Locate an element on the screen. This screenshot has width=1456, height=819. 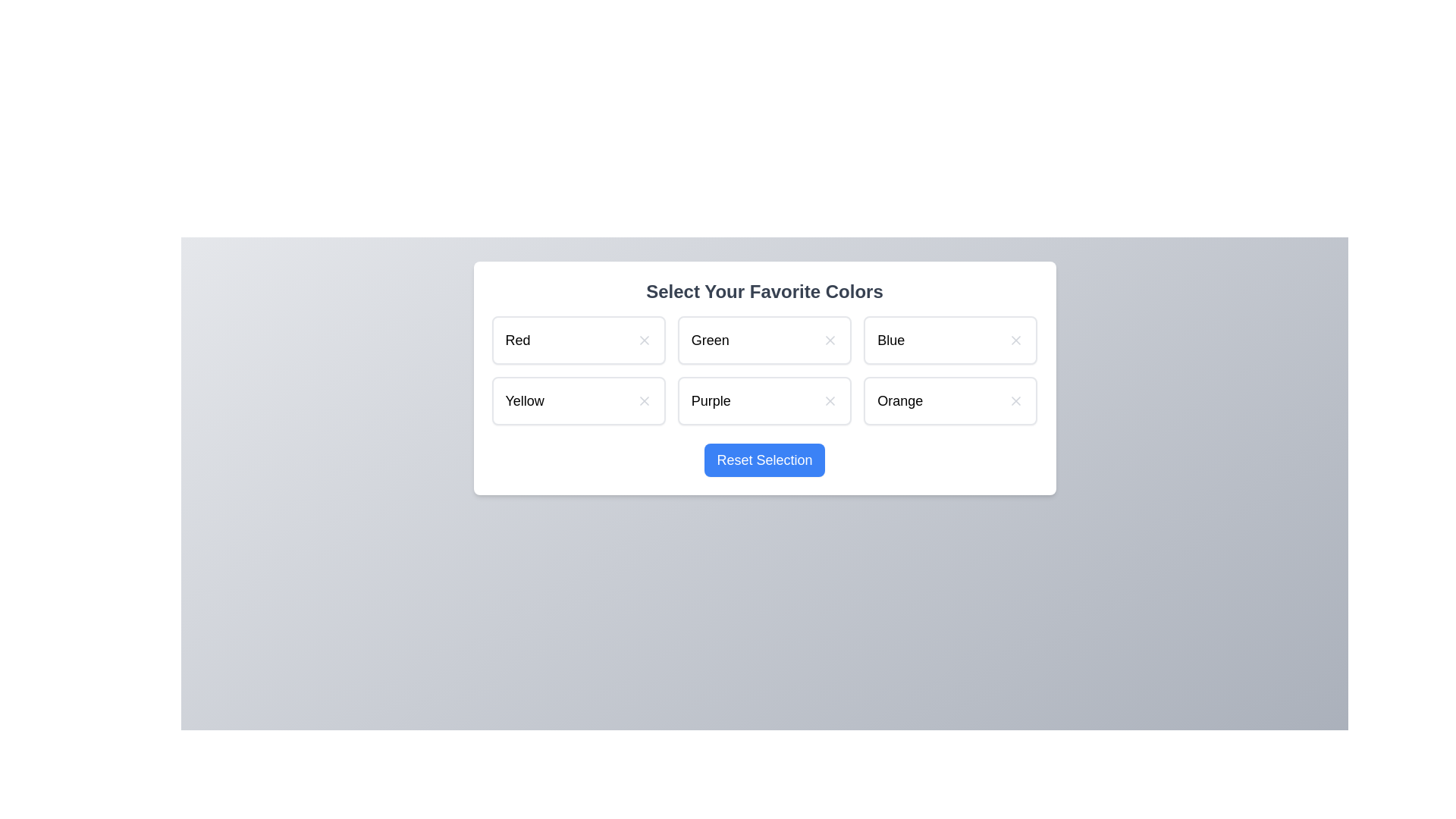
the color Blue is located at coordinates (949, 339).